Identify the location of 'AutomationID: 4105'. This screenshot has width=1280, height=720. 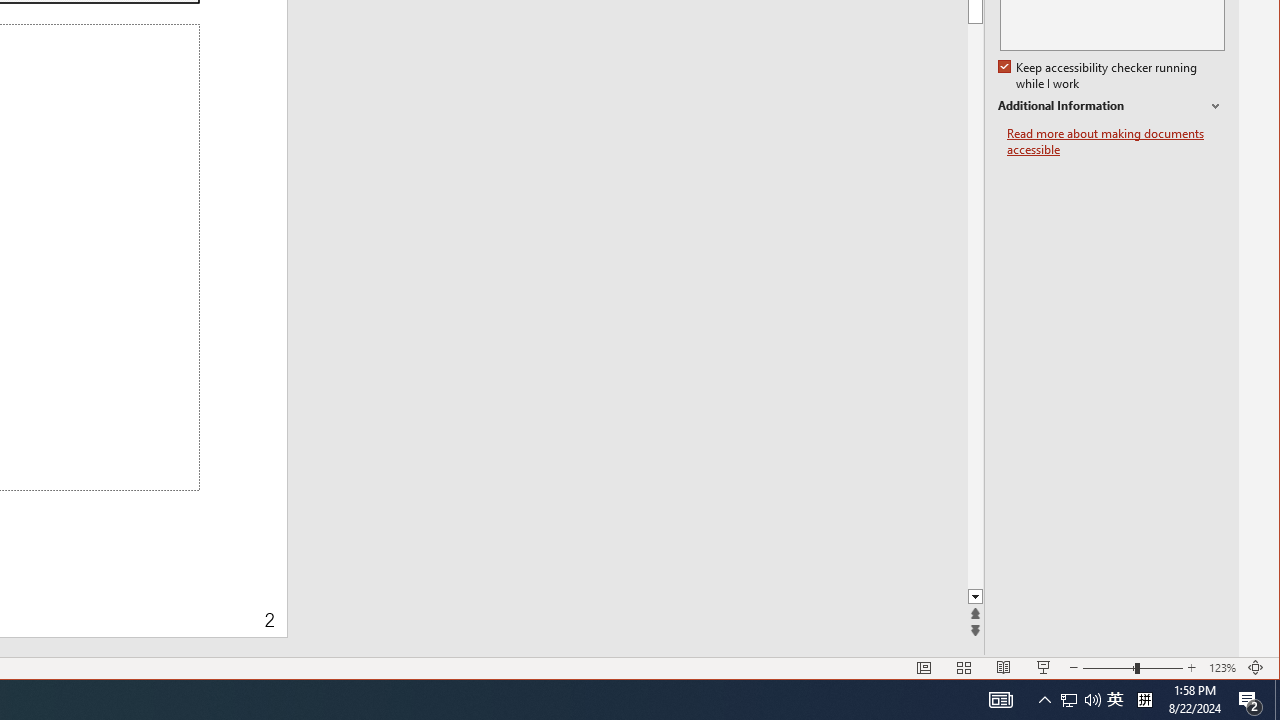
(1000, 698).